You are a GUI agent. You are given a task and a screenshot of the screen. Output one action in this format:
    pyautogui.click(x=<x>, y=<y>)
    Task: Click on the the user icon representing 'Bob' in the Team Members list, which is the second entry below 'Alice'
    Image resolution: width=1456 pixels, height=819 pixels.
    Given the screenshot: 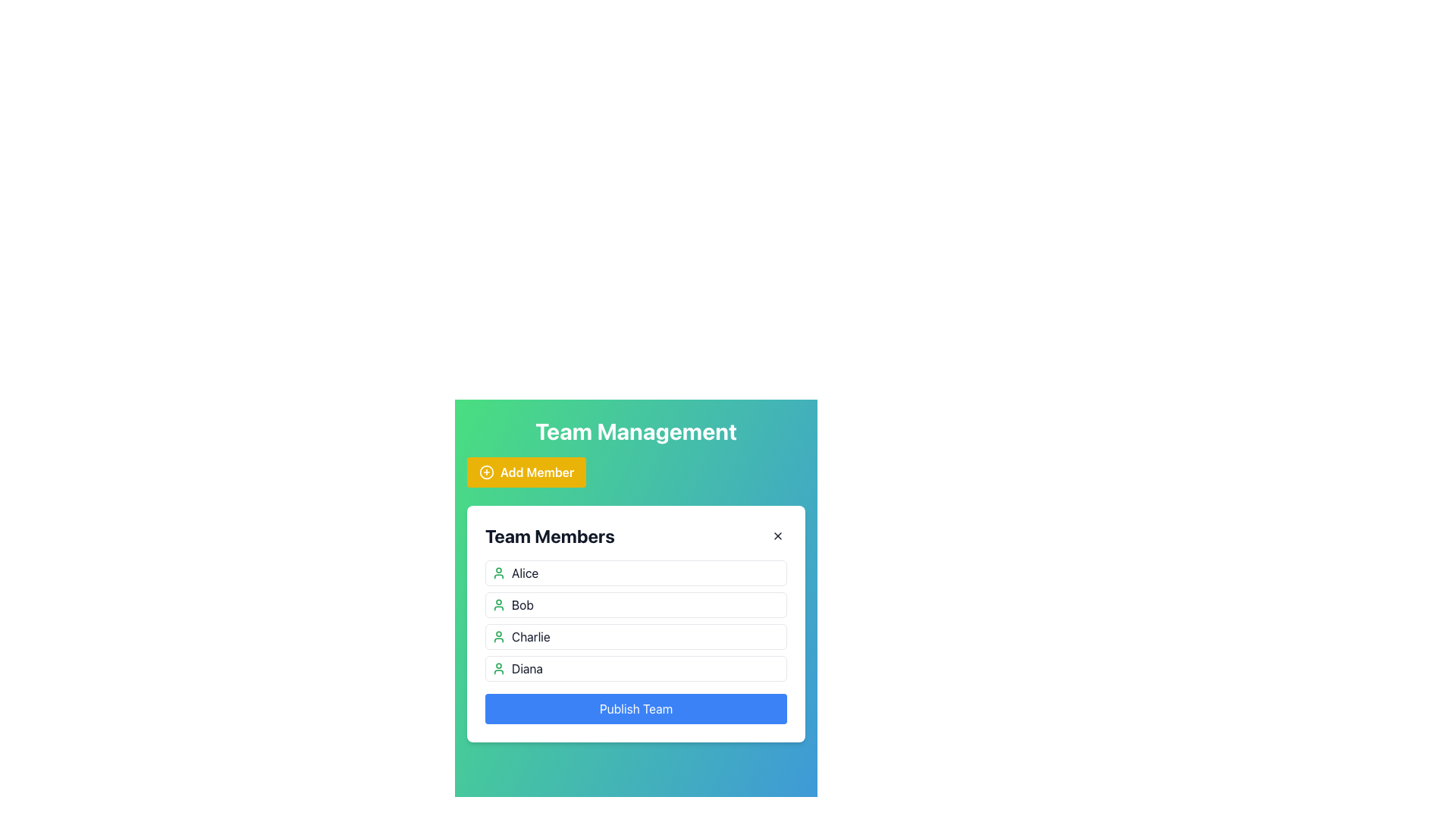 What is the action you would take?
    pyautogui.click(x=498, y=604)
    